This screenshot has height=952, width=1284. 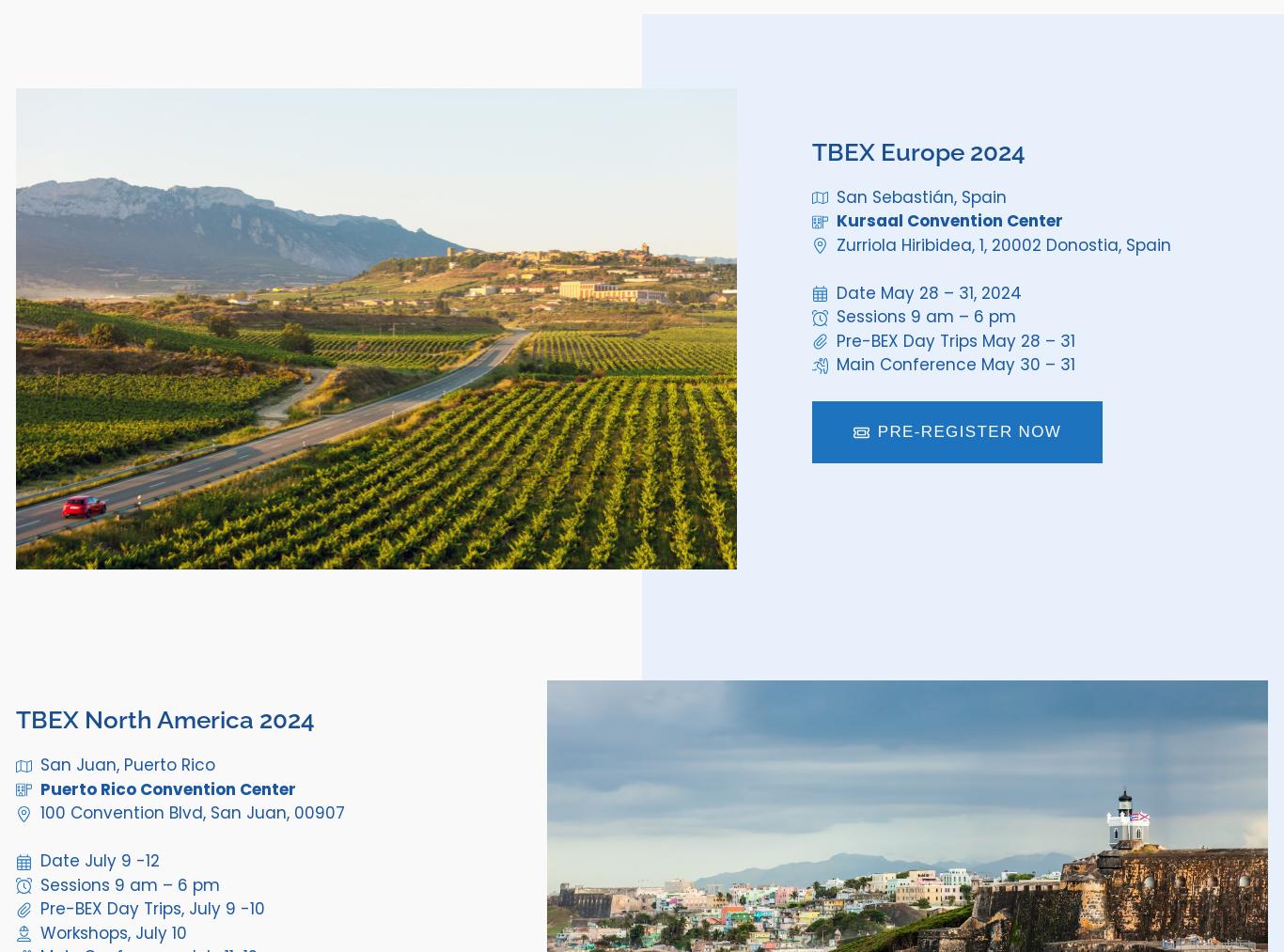 I want to click on 'Workshops, July 10', so click(x=111, y=932).